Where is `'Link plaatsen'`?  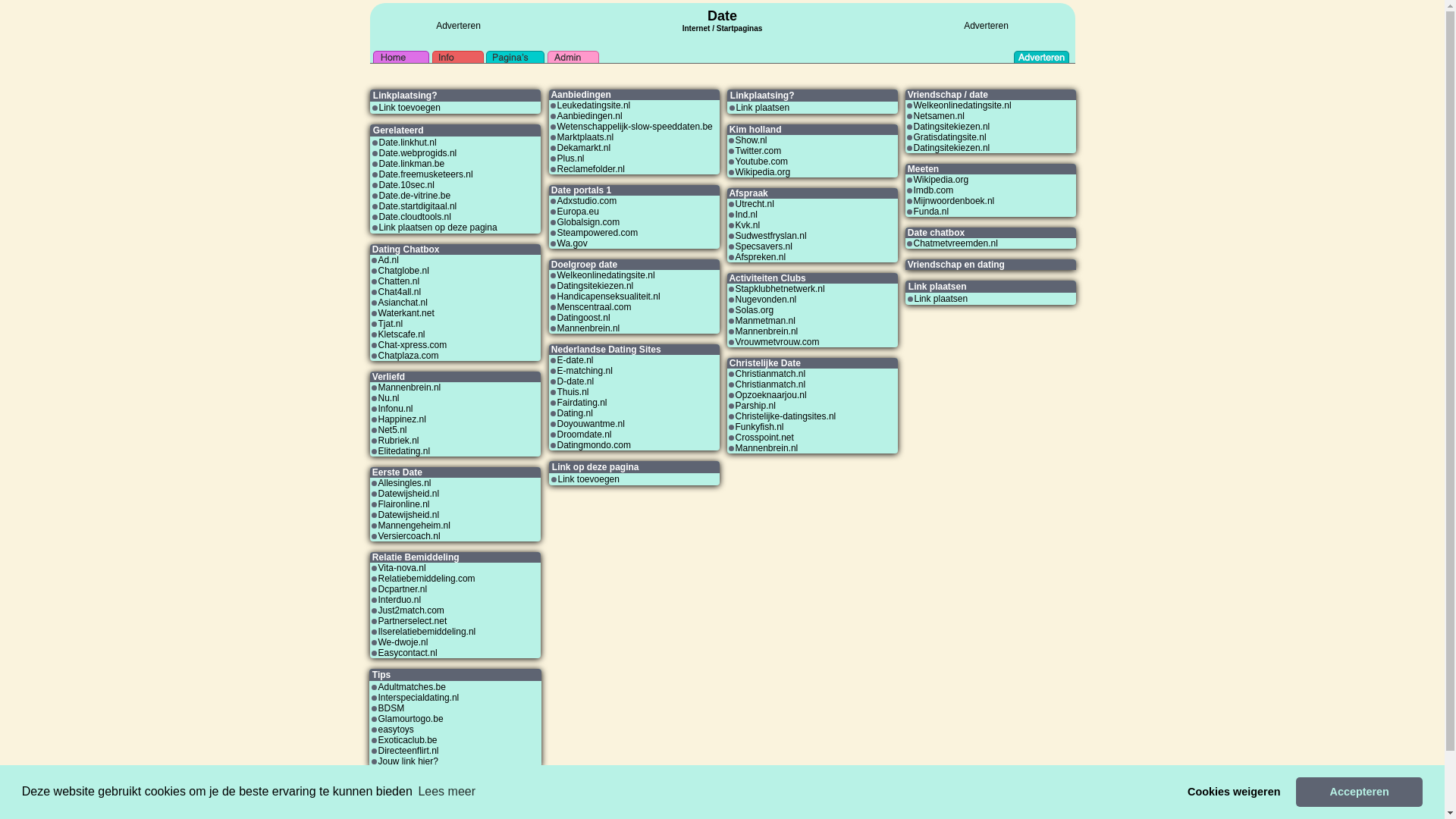
'Link plaatsen' is located at coordinates (940, 298).